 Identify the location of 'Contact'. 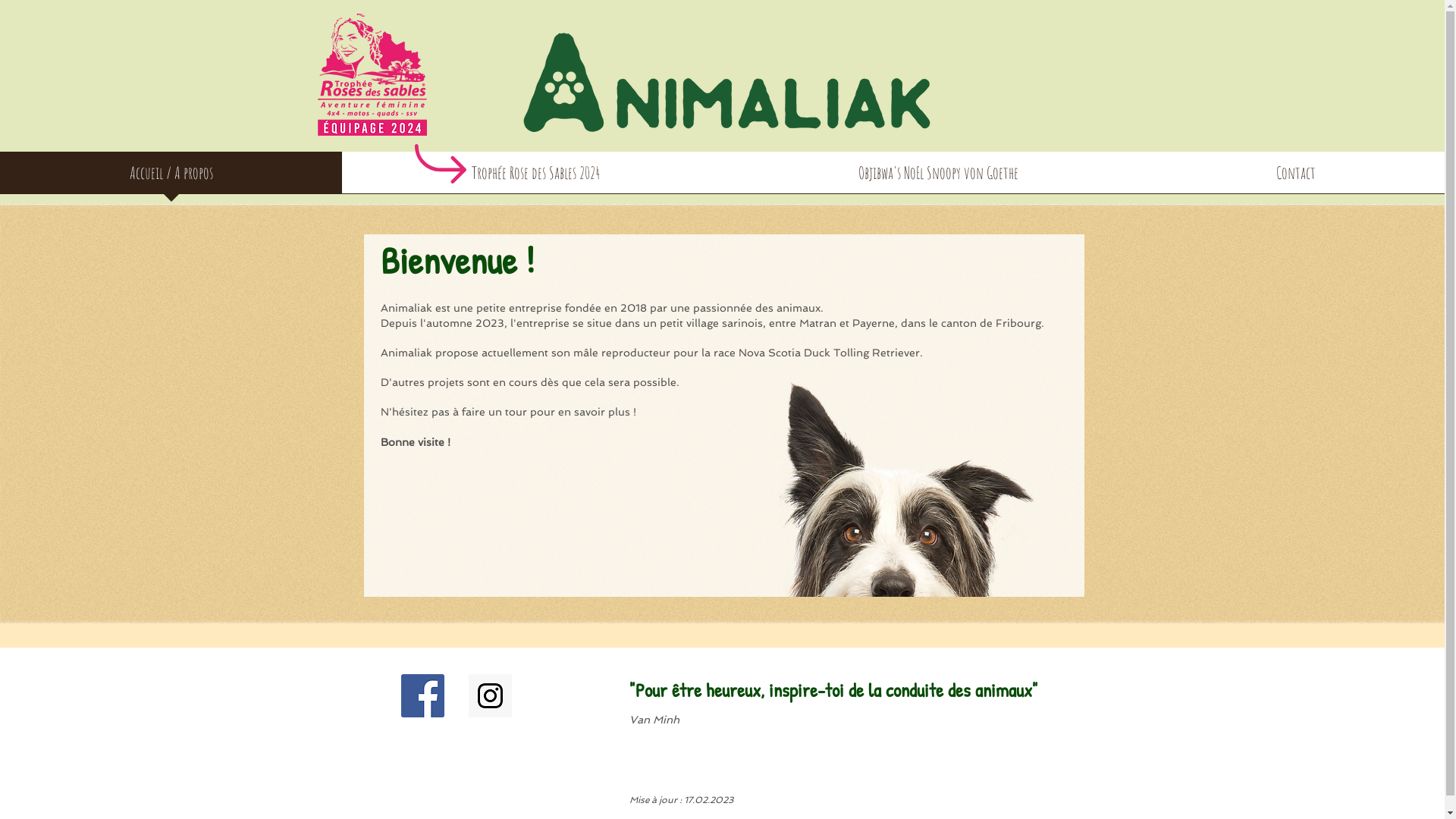
(1294, 177).